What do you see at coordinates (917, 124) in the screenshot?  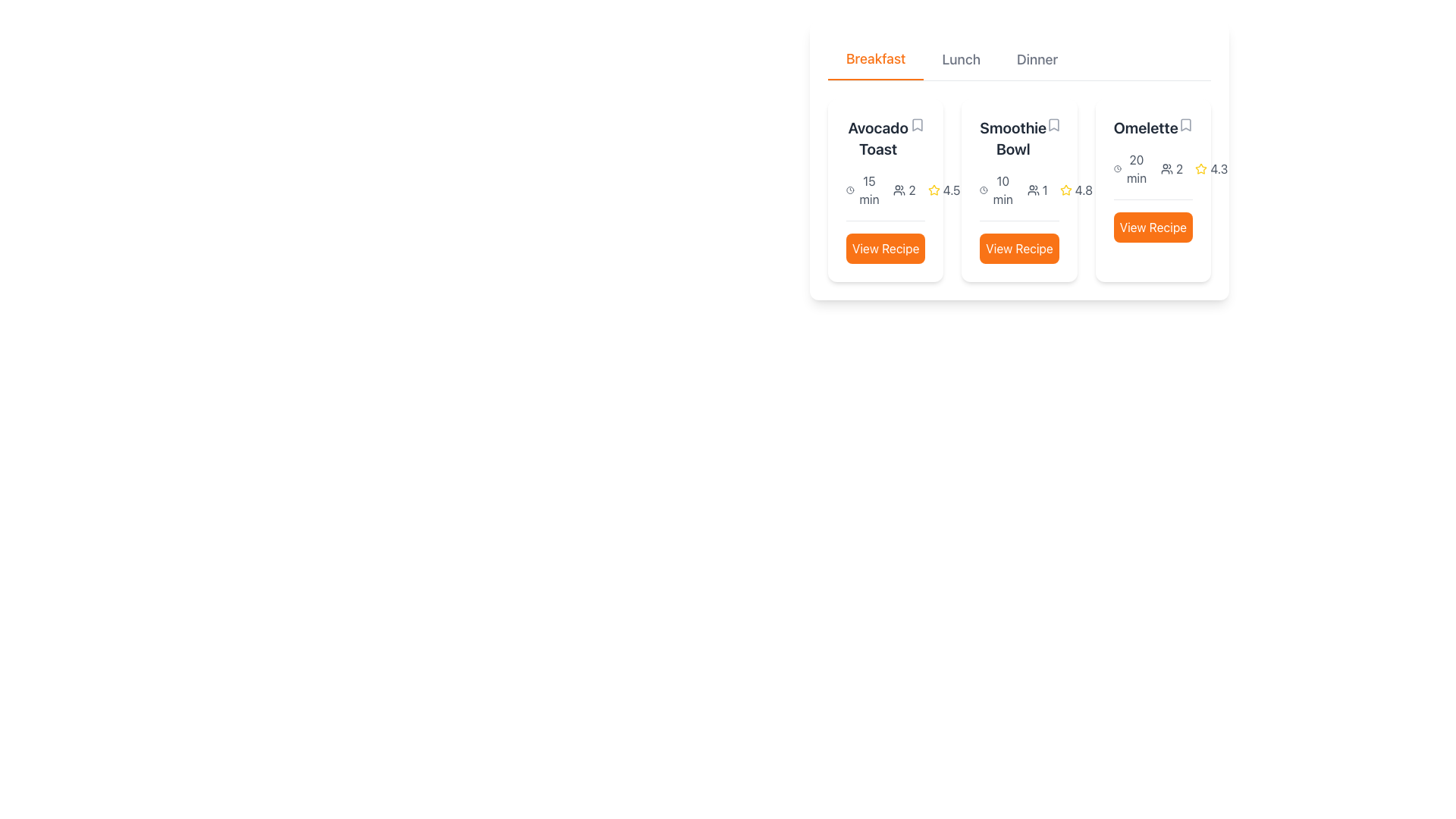 I see `the small bookmark icon located to the right of the 'Avocado Toast' title in the 'Breakfast' section of the food recipe card to bookmark it` at bounding box center [917, 124].